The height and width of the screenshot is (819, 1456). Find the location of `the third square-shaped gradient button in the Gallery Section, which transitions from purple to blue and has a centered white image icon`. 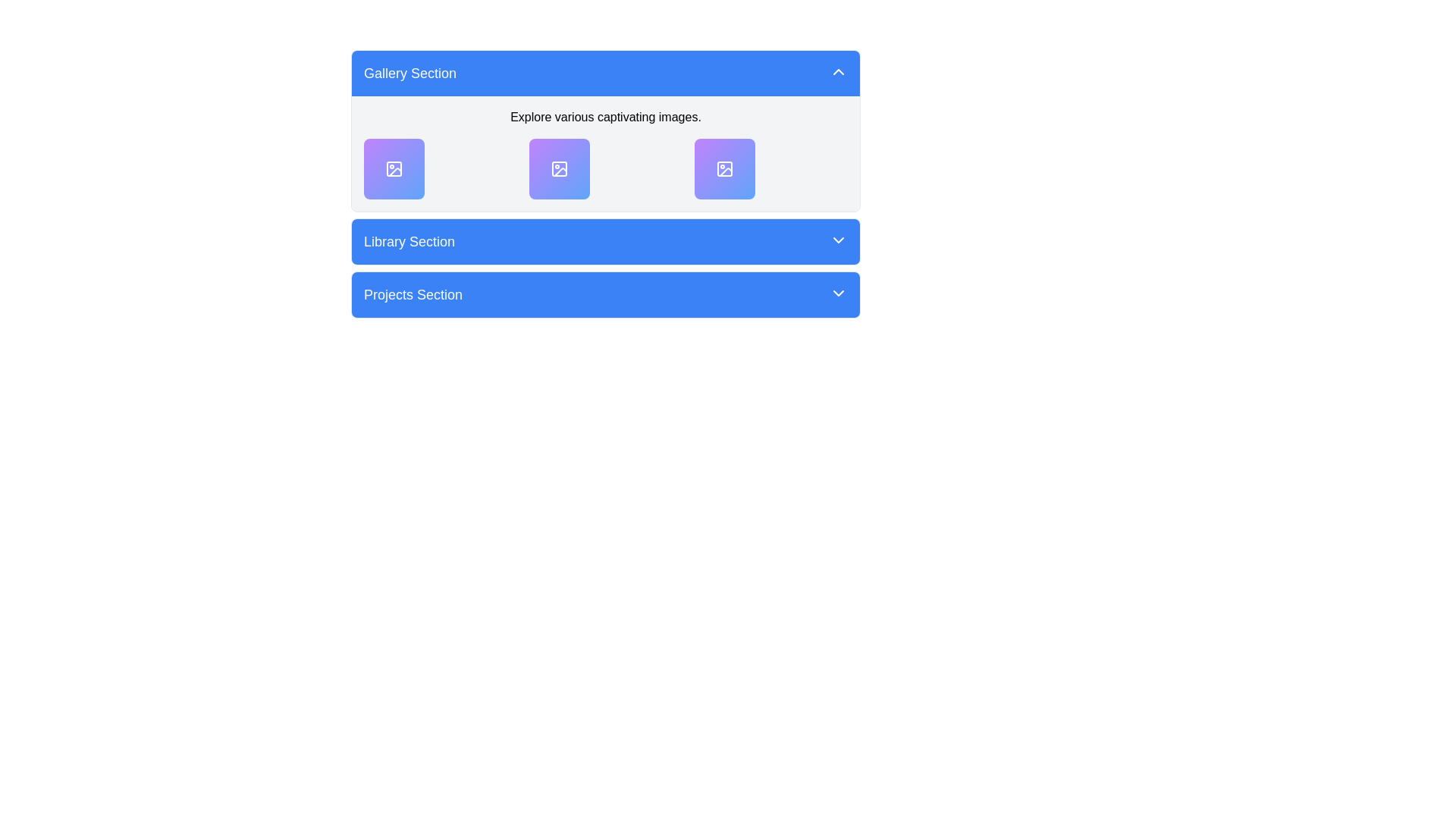

the third square-shaped gradient button in the Gallery Section, which transitions from purple to blue and has a centered white image icon is located at coordinates (723, 169).